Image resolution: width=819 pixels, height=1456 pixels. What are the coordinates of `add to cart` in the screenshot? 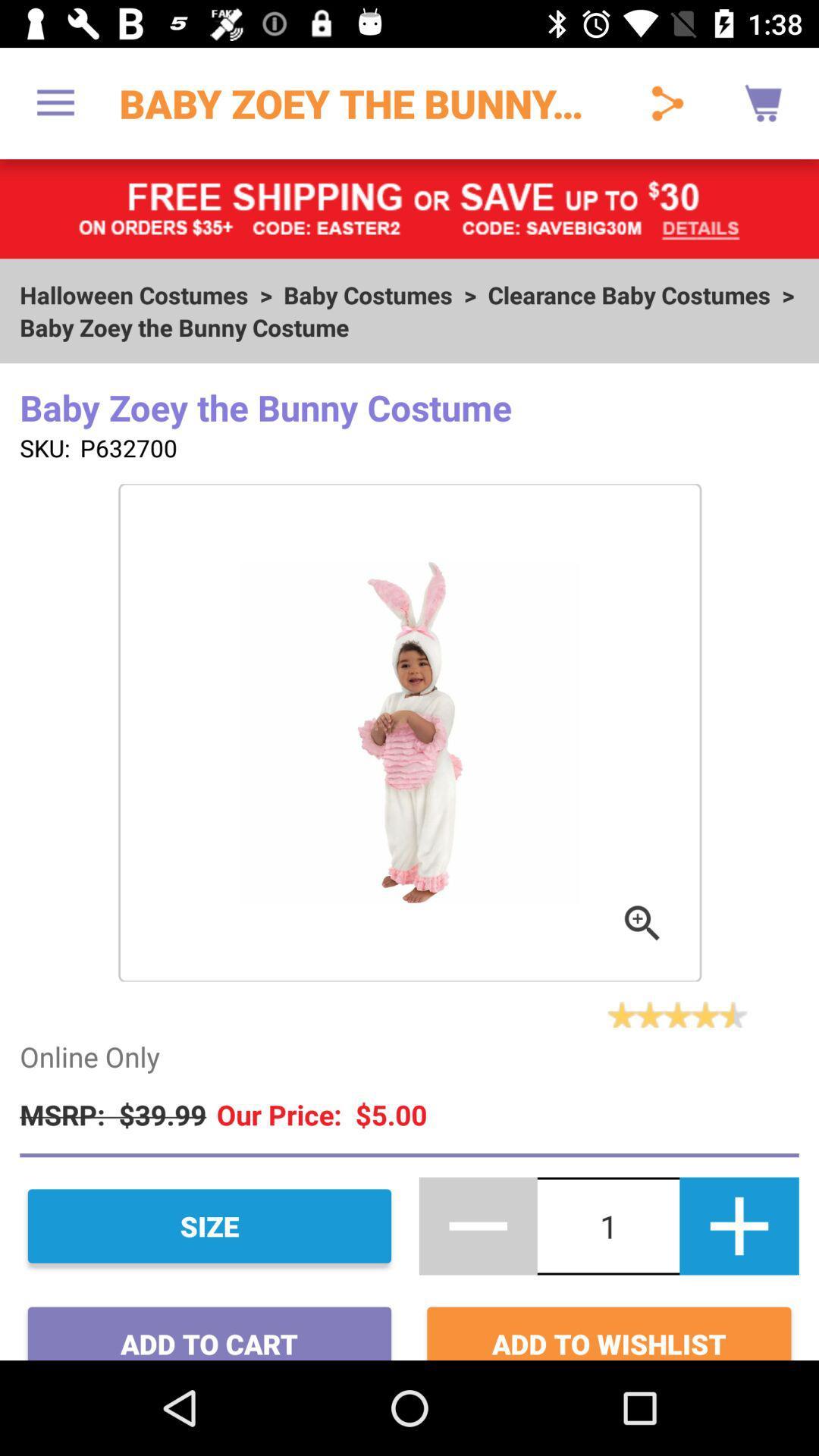 It's located at (209, 1327).